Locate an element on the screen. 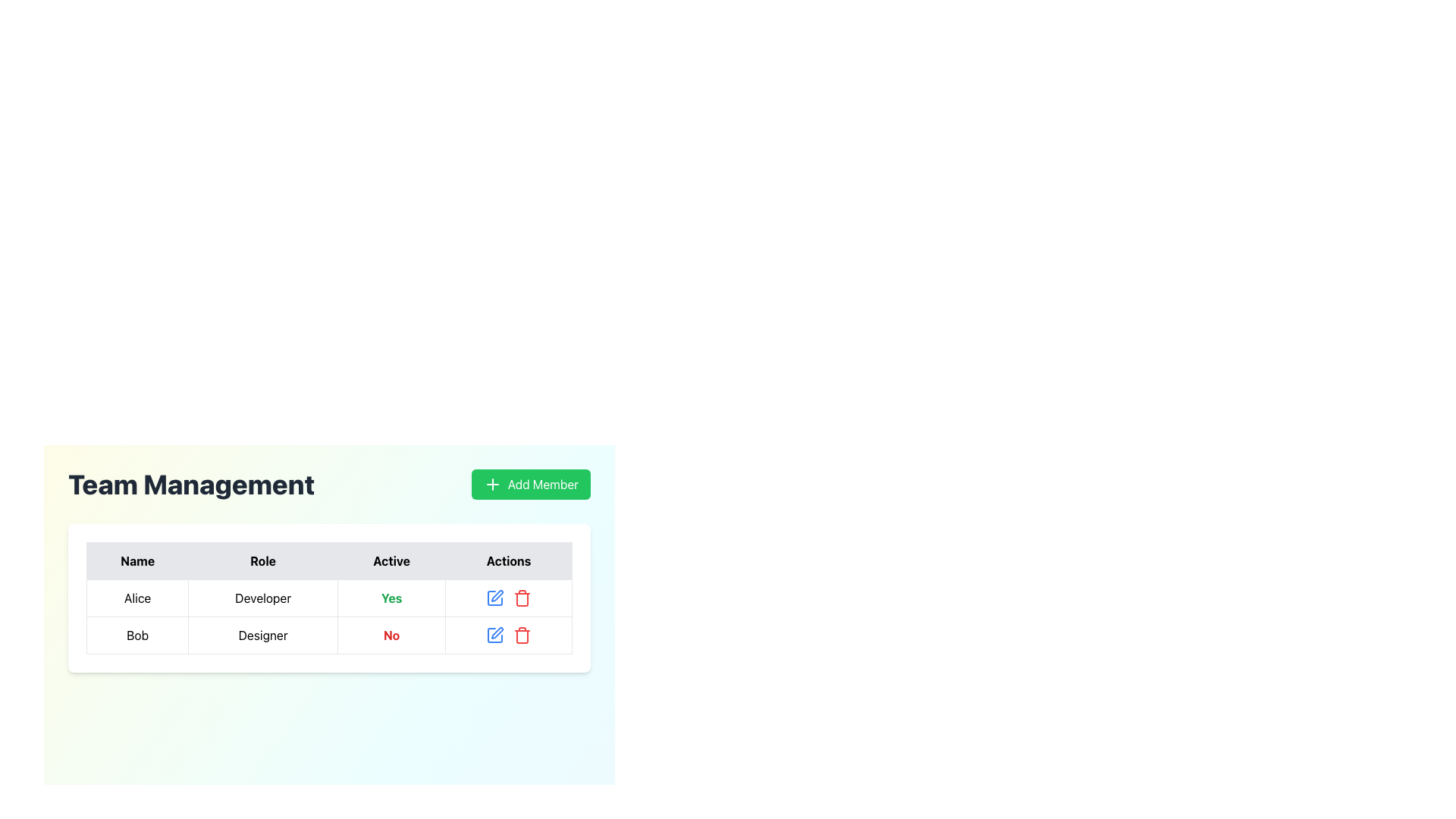 Image resolution: width=1456 pixels, height=819 pixels. the edit button in the 'Actions' column of the first row to initiate editing of the 'Developer' role details is located at coordinates (495, 598).